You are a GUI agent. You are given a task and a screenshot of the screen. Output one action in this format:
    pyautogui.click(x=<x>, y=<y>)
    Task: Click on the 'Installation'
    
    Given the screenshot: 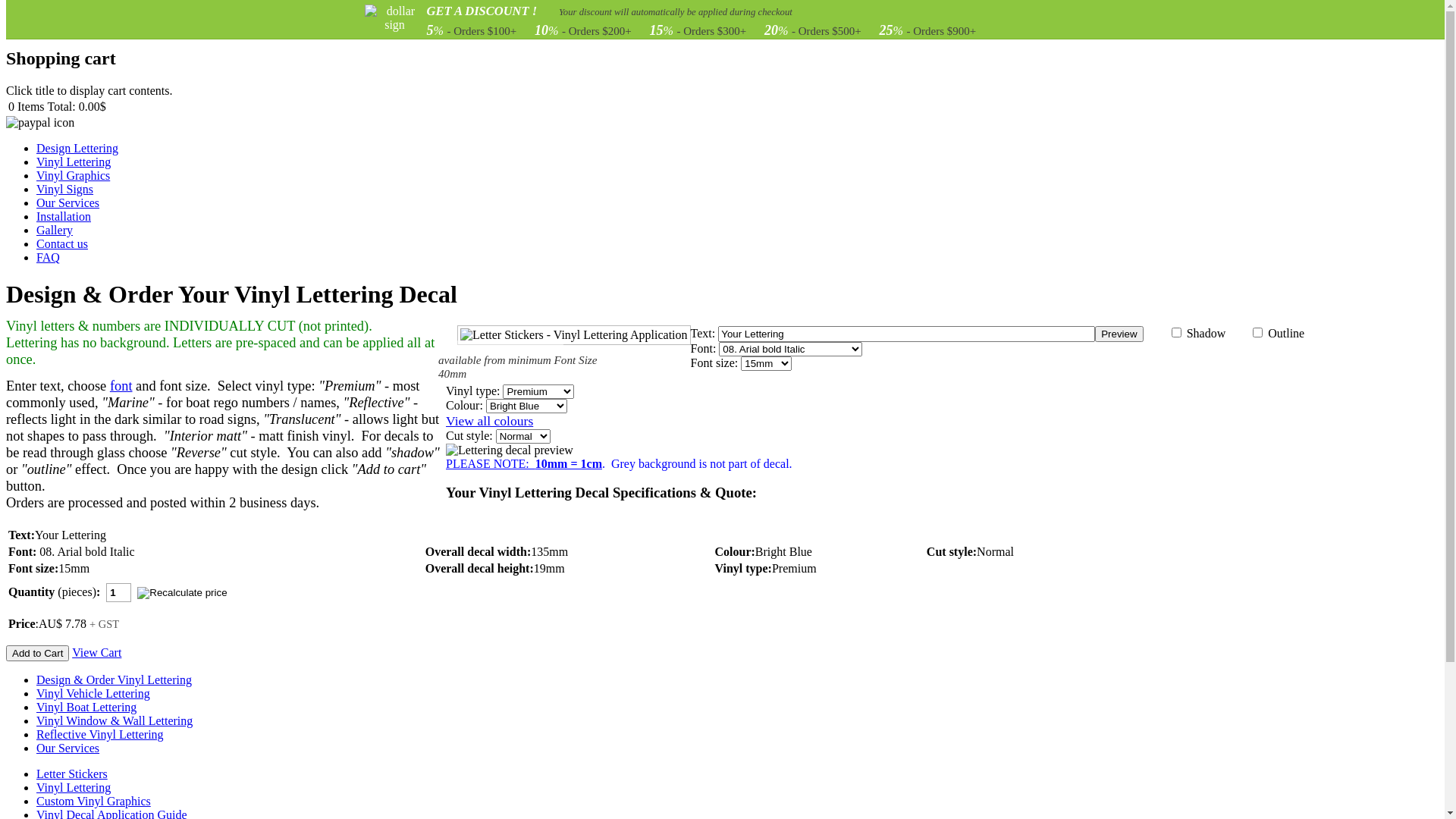 What is the action you would take?
    pyautogui.click(x=36, y=216)
    